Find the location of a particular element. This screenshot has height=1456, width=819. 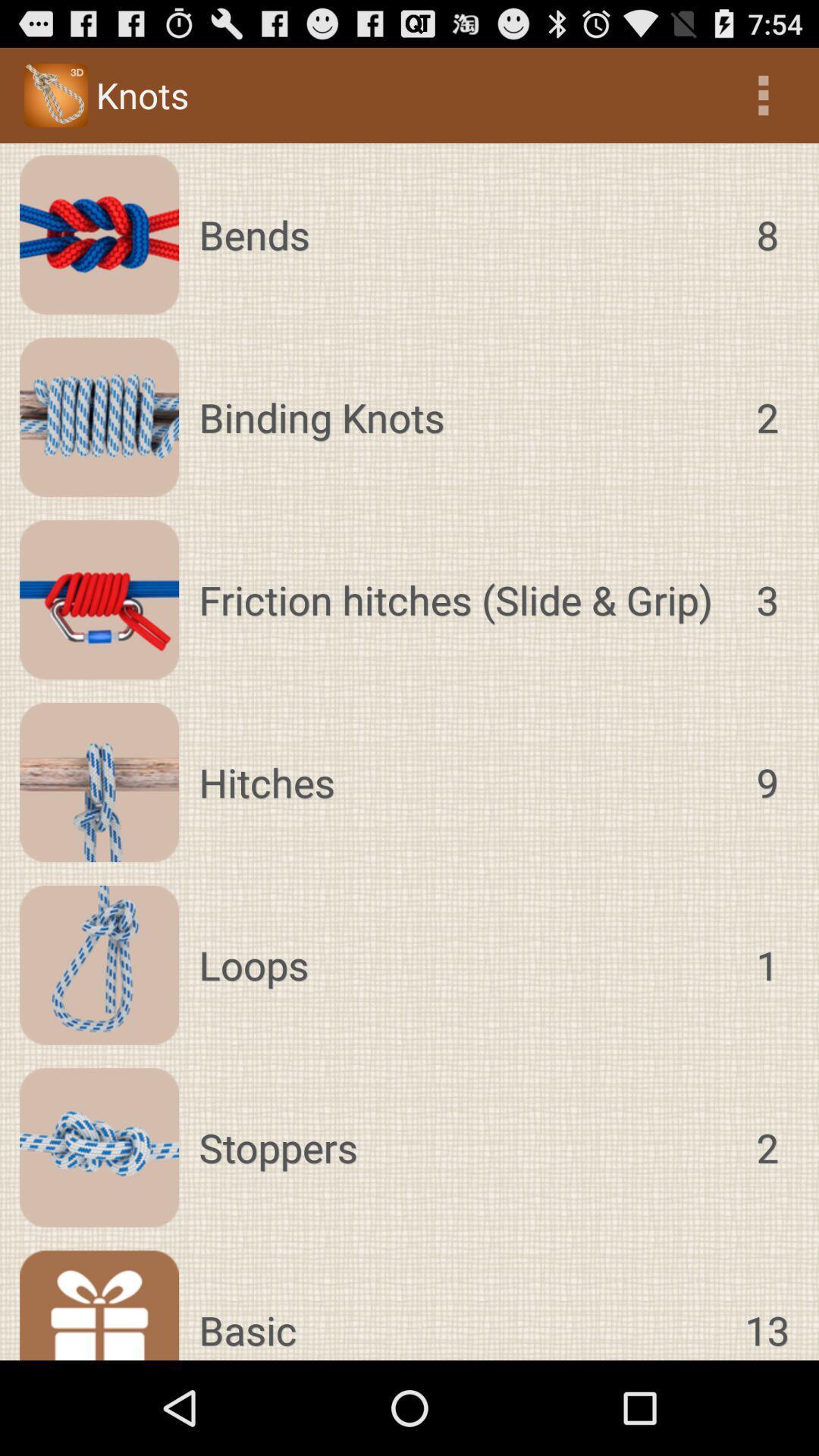

item to the right of hitches is located at coordinates (767, 783).